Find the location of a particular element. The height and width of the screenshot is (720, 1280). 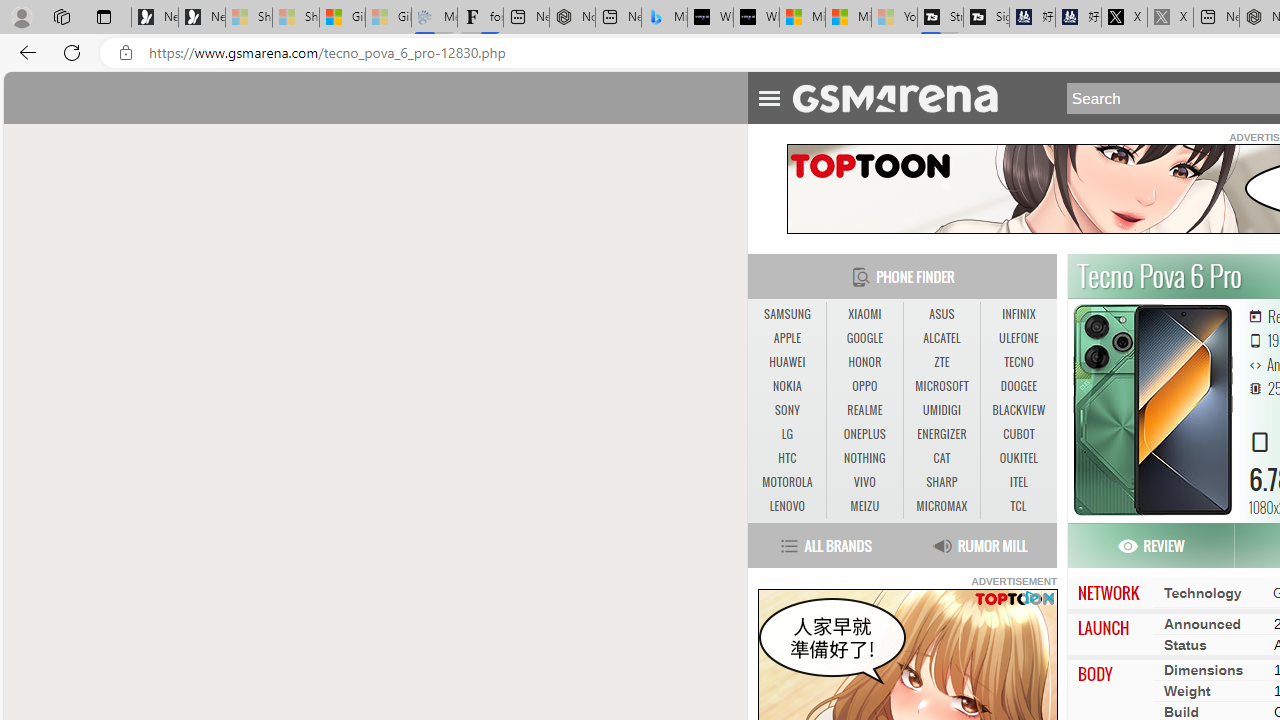

'Dimensions' is located at coordinates (1202, 669).